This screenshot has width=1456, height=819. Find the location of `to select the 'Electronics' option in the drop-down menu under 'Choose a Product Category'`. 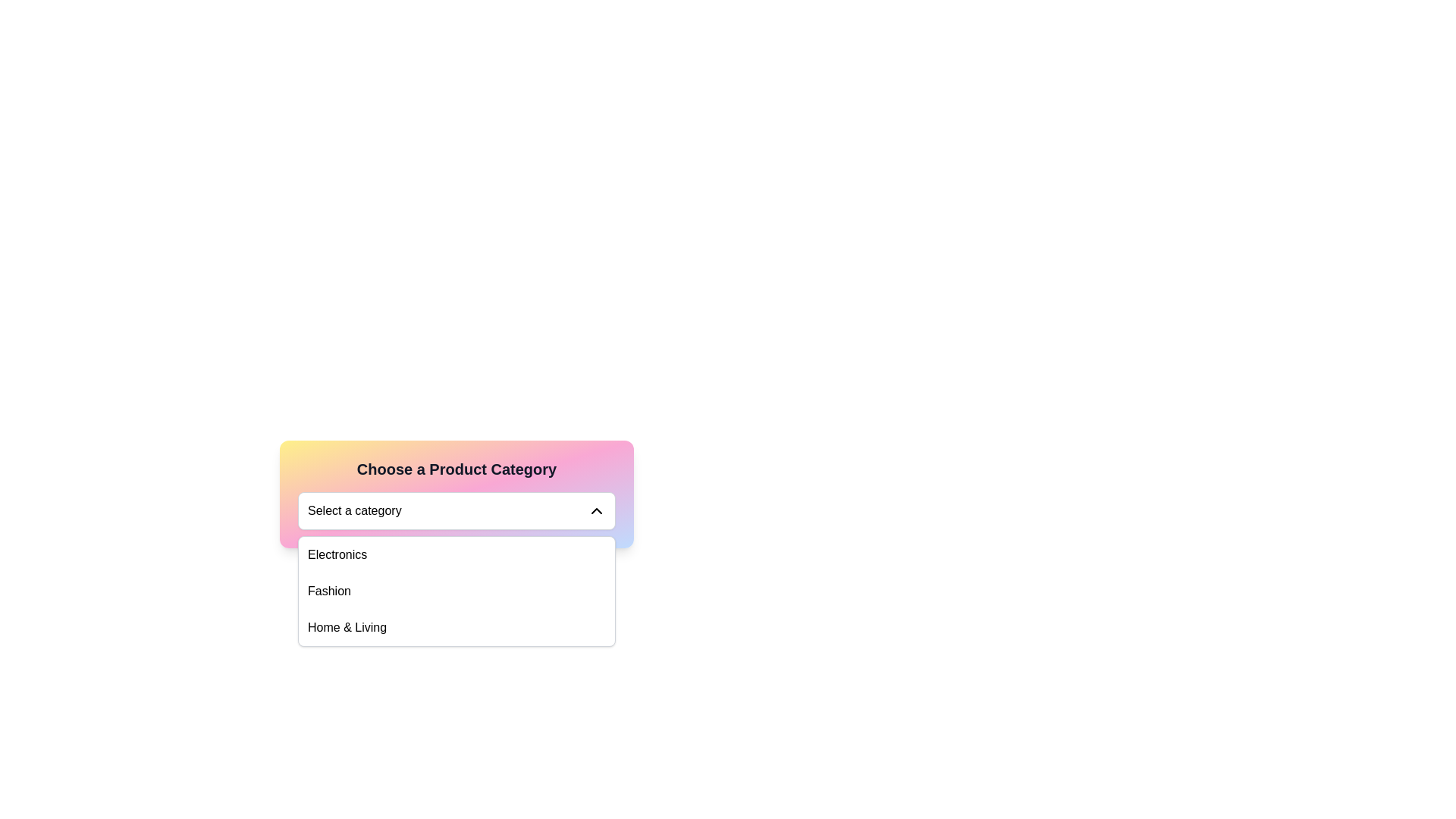

to select the 'Electronics' option in the drop-down menu under 'Choose a Product Category' is located at coordinates (337, 555).